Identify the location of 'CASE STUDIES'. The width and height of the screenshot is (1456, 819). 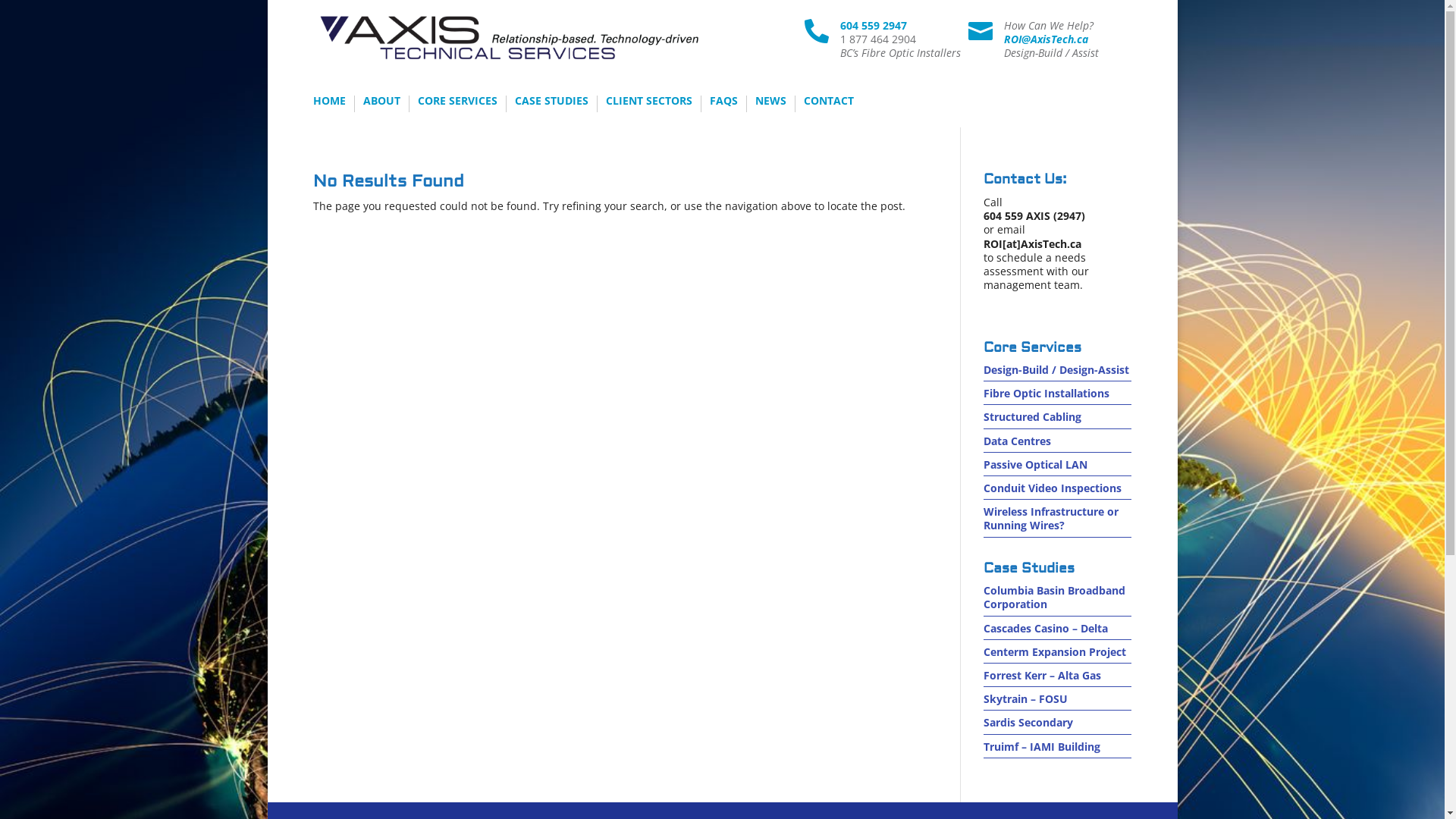
(550, 103).